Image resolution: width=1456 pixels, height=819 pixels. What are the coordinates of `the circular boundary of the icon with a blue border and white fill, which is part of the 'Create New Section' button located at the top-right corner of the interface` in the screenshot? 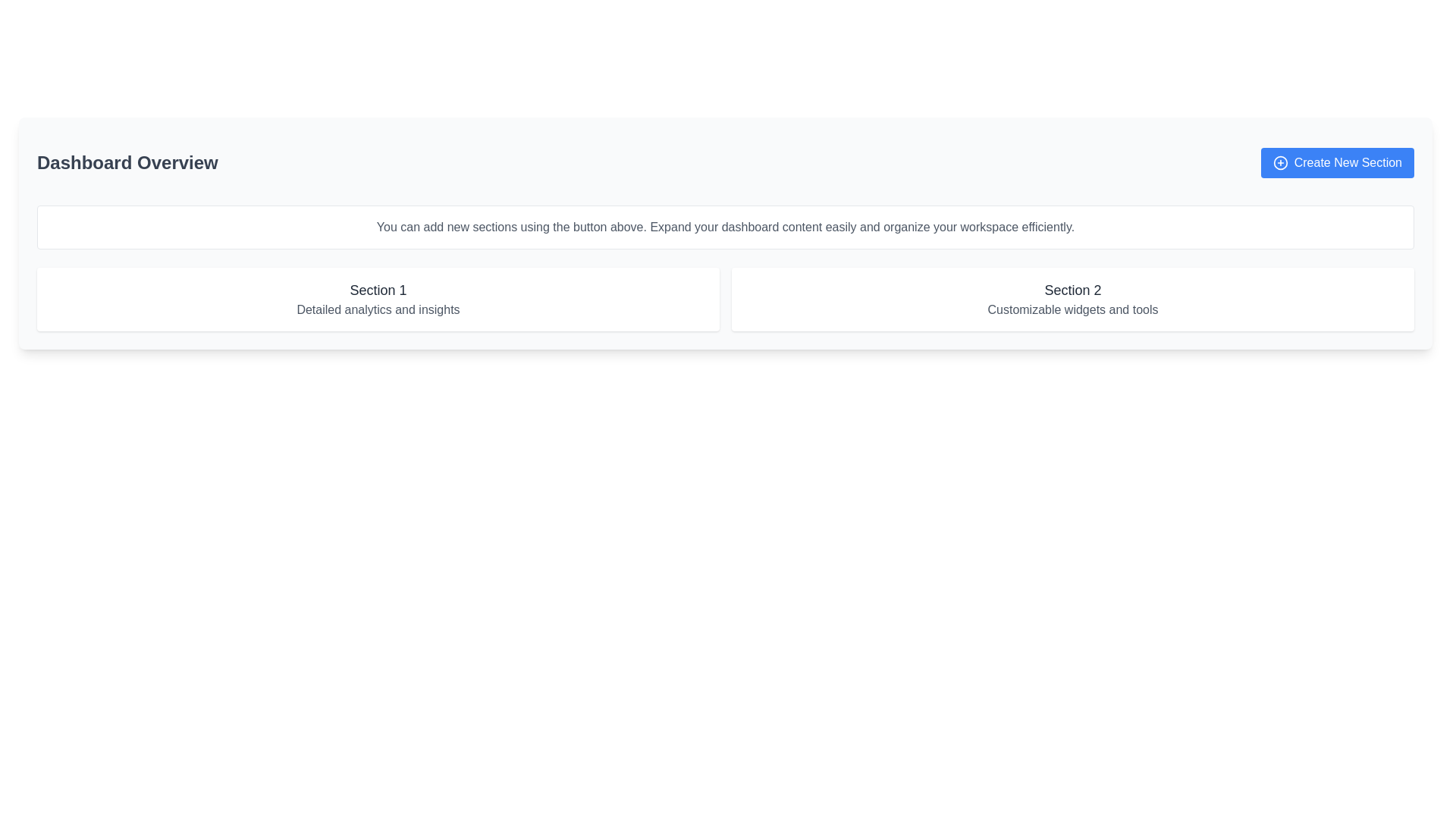 It's located at (1279, 163).